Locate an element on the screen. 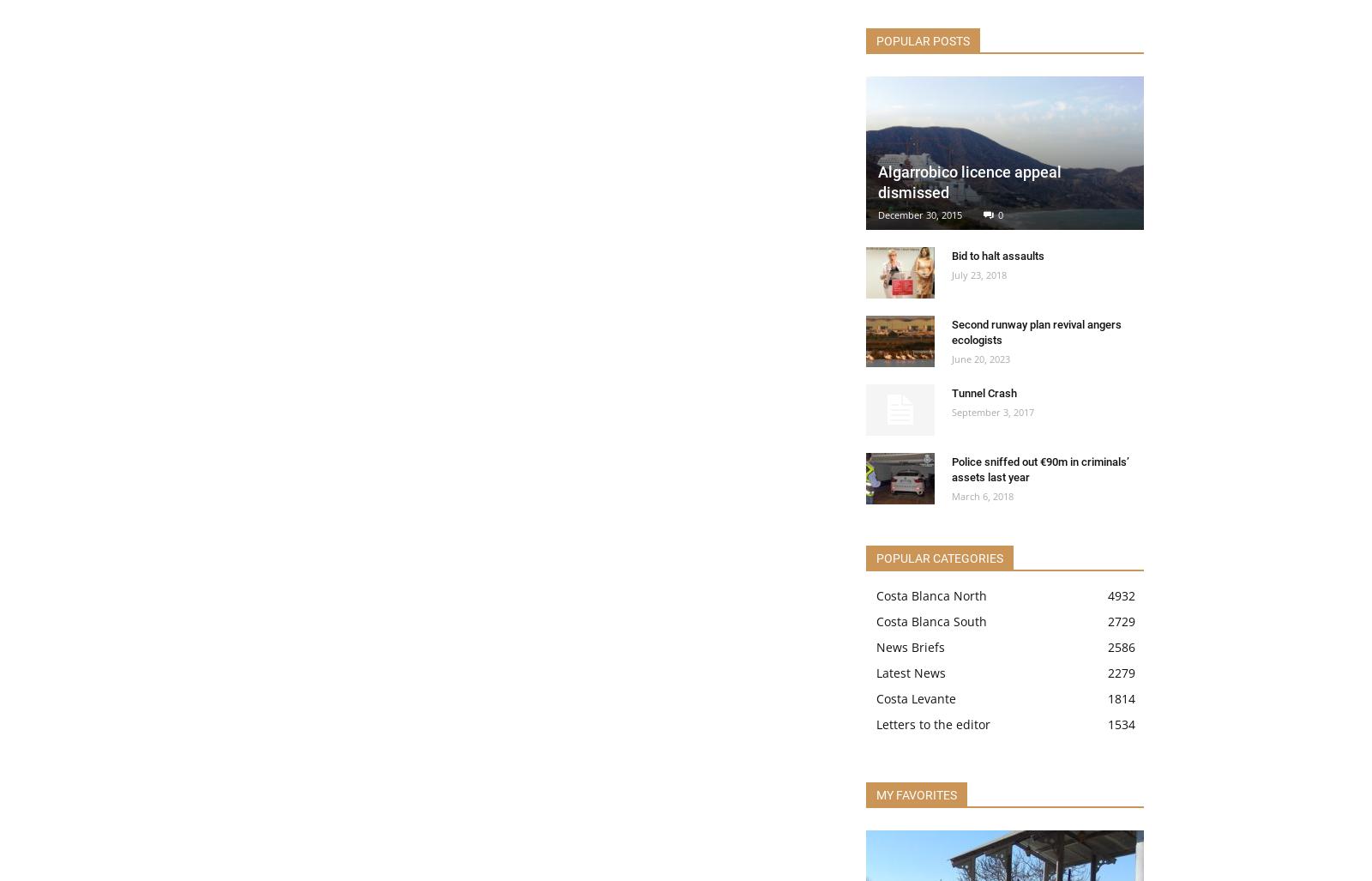 The height and width of the screenshot is (881, 1372). 'News Briefs' is located at coordinates (876, 646).